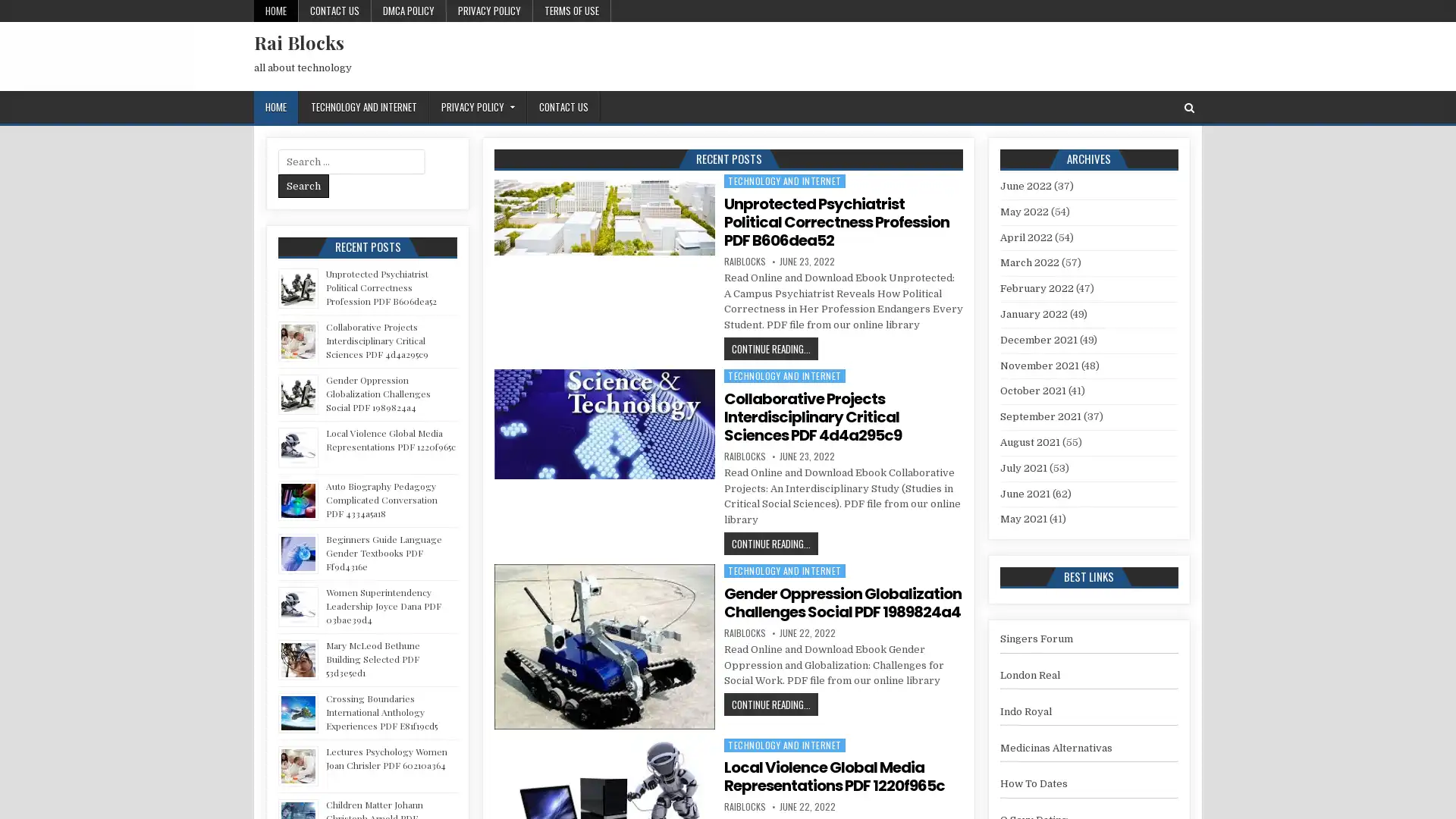  I want to click on Search, so click(303, 185).